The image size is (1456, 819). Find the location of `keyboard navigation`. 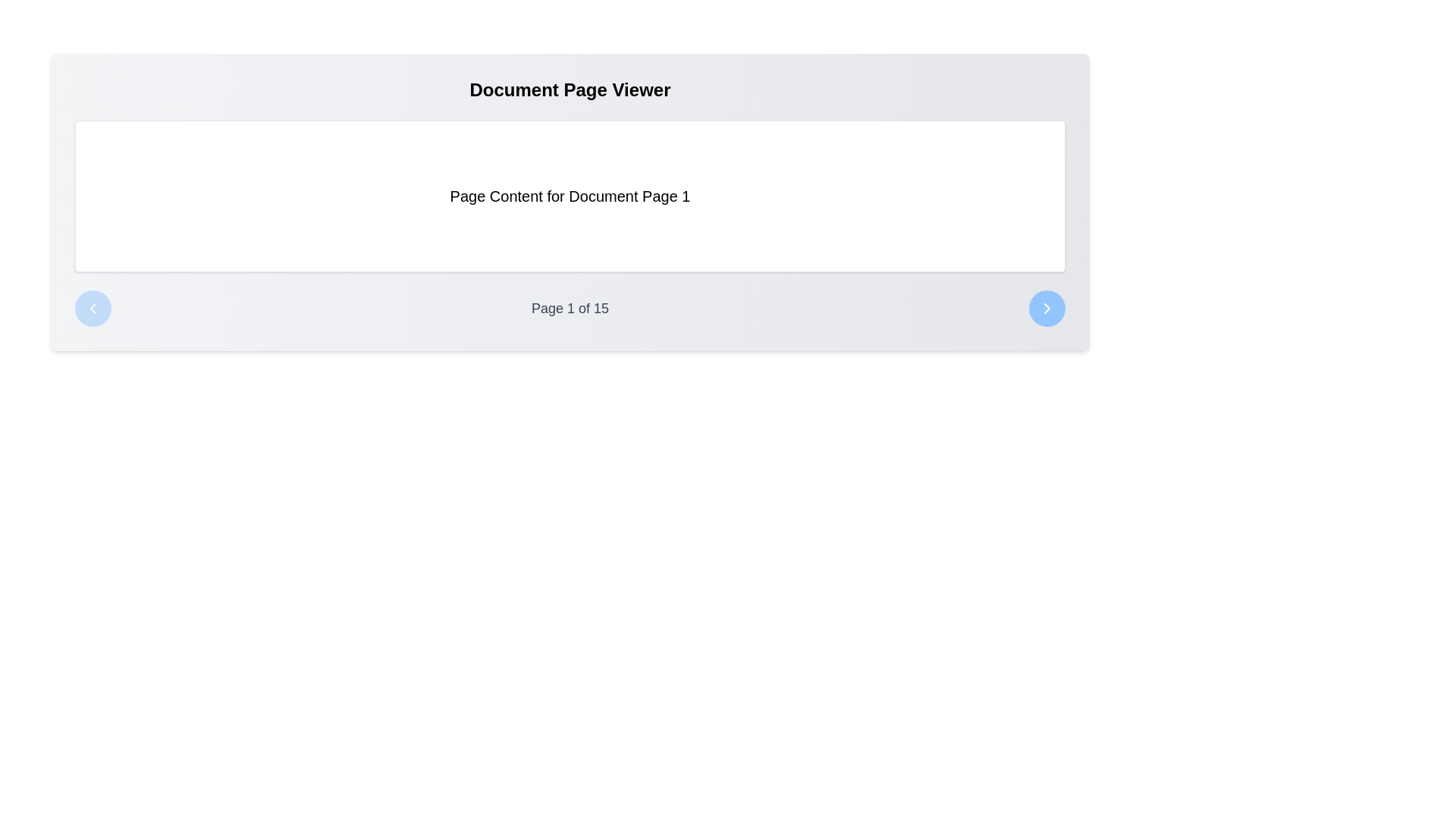

keyboard navigation is located at coordinates (1046, 308).